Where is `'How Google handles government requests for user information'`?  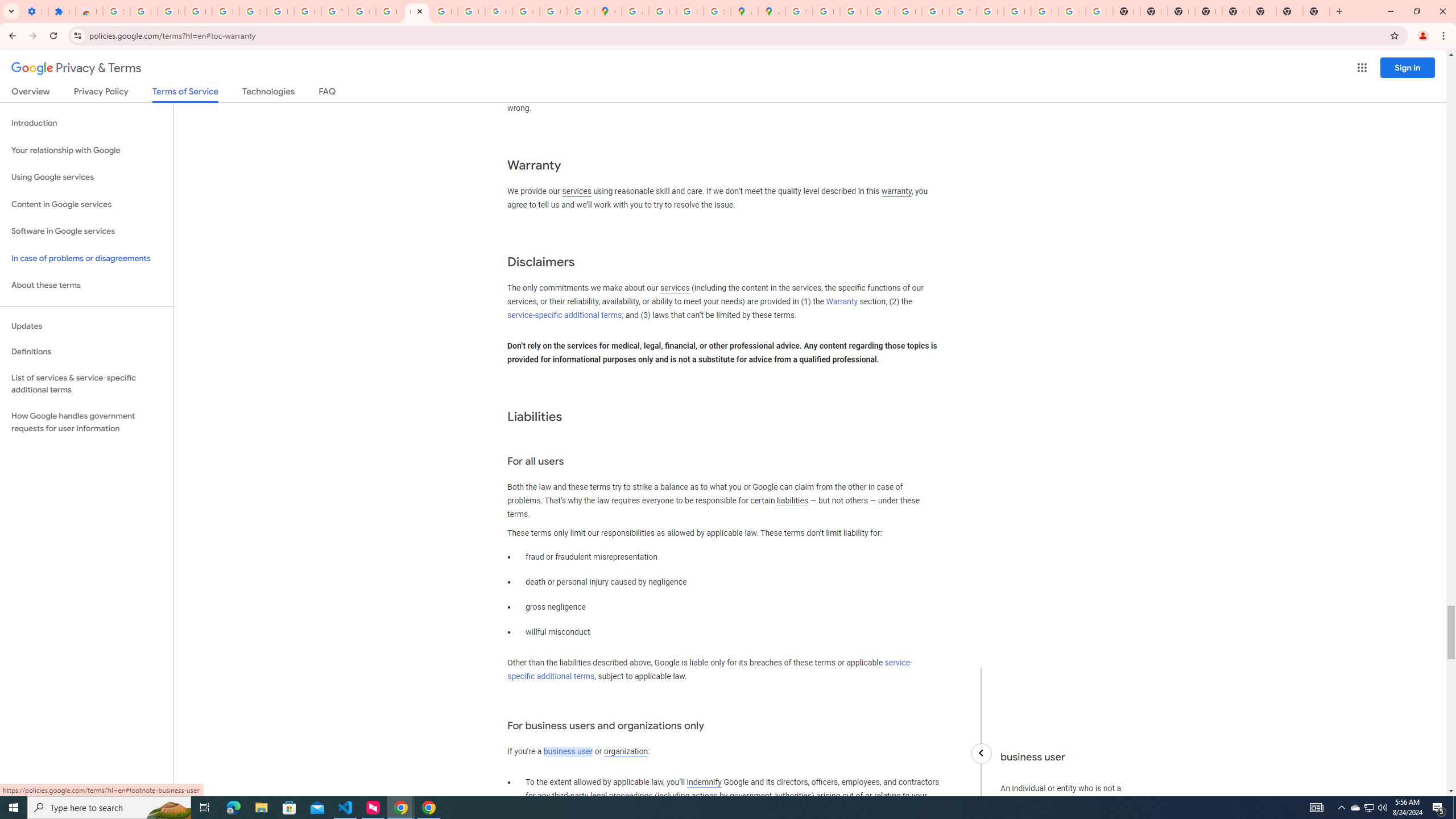
'How Google handles government requests for user information' is located at coordinates (86, 422).